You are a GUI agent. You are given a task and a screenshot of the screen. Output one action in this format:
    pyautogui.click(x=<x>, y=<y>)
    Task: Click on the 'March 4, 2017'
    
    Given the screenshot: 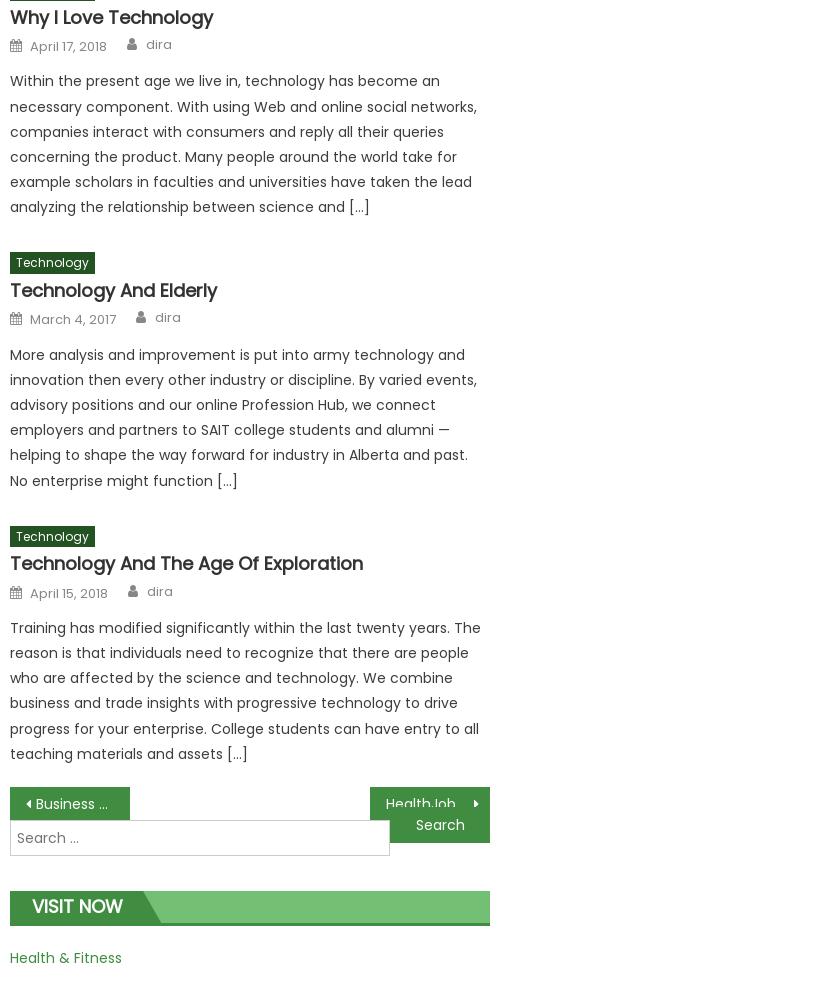 What is the action you would take?
    pyautogui.click(x=71, y=319)
    